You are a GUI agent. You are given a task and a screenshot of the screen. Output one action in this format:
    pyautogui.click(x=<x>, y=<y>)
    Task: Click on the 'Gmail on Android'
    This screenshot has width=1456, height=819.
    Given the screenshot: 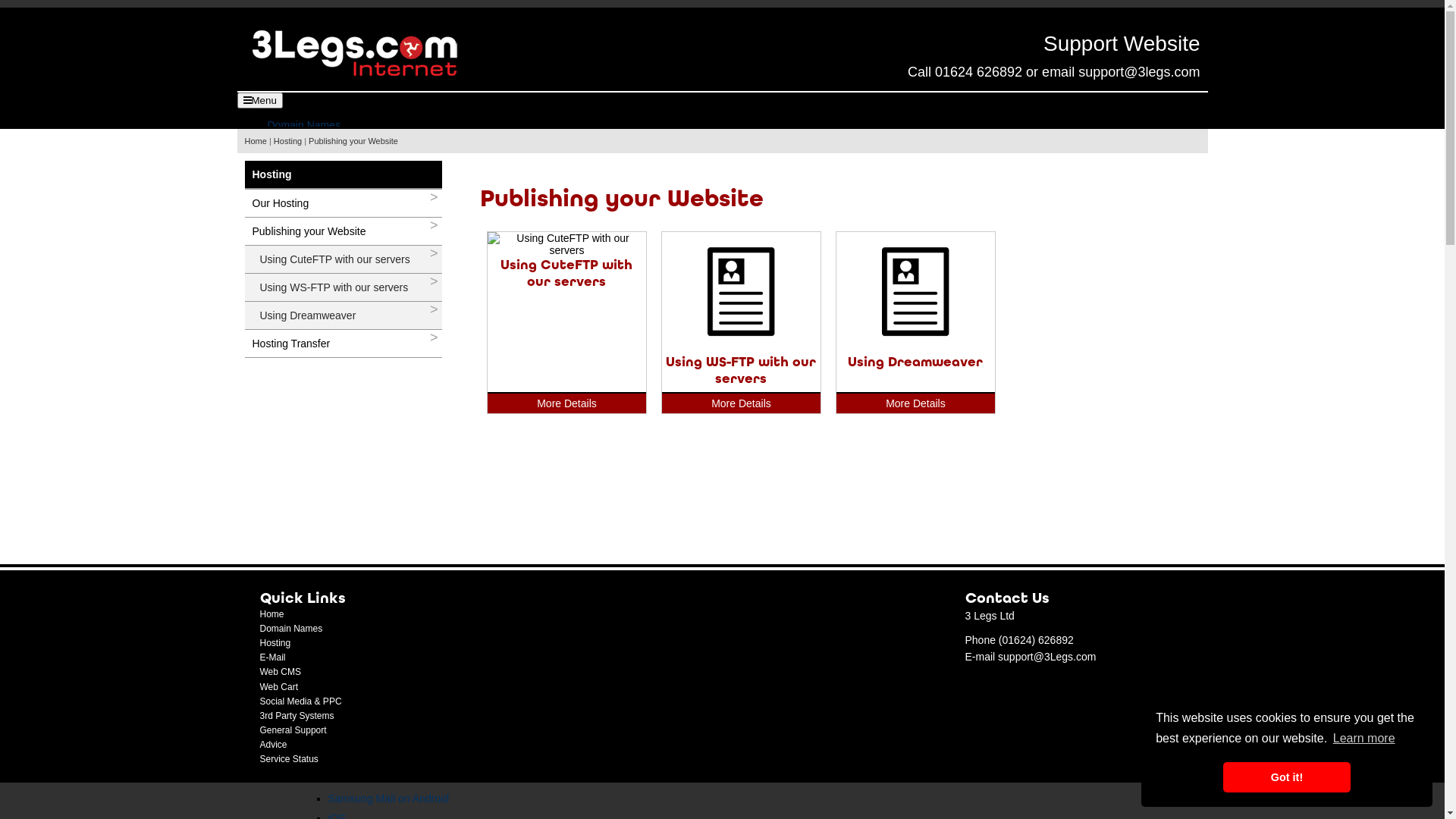 What is the action you would take?
    pyautogui.click(x=368, y=778)
    